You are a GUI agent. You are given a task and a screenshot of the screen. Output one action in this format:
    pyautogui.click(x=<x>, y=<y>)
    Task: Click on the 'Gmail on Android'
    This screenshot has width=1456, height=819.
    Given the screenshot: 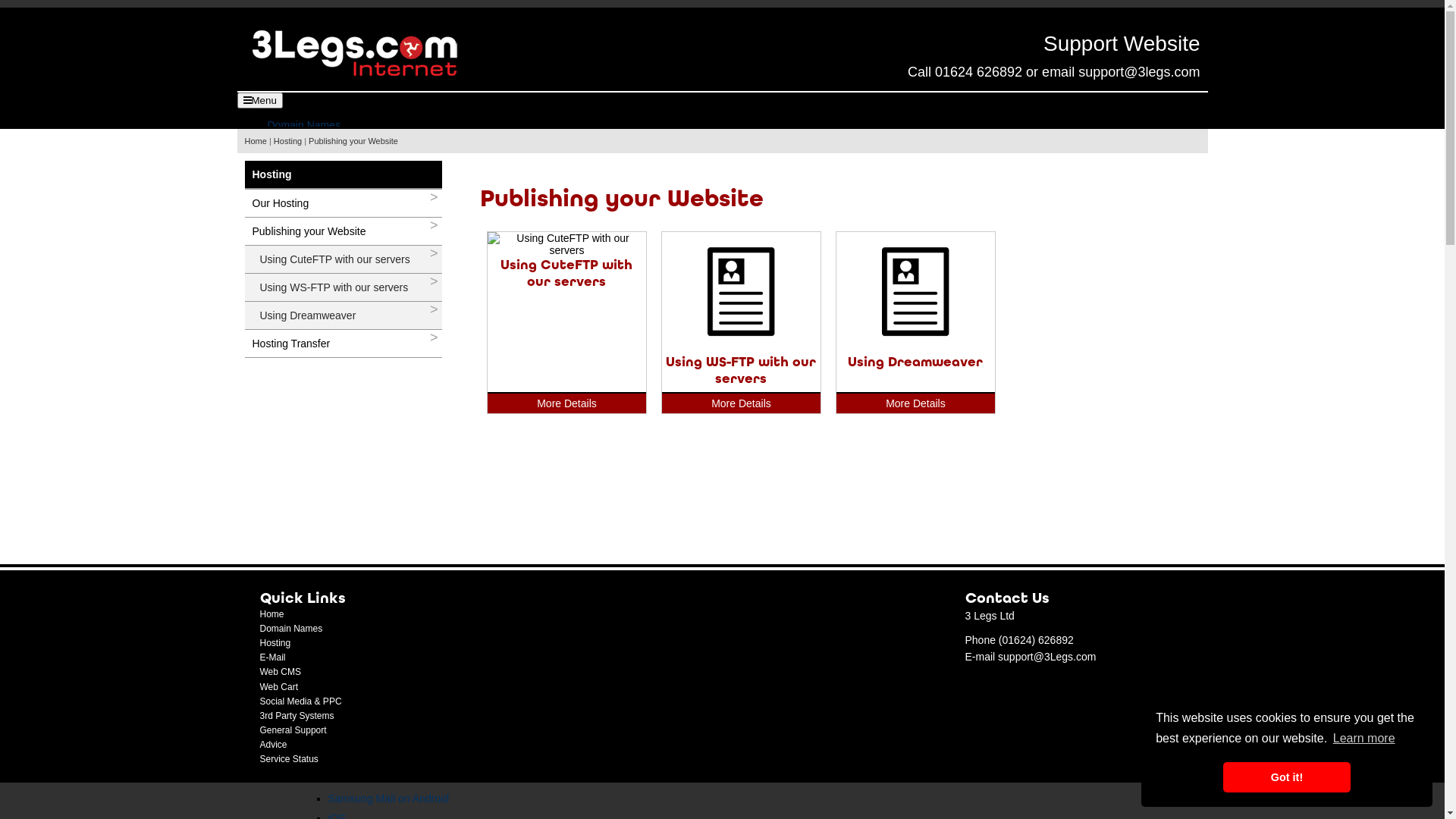 What is the action you would take?
    pyautogui.click(x=368, y=778)
    